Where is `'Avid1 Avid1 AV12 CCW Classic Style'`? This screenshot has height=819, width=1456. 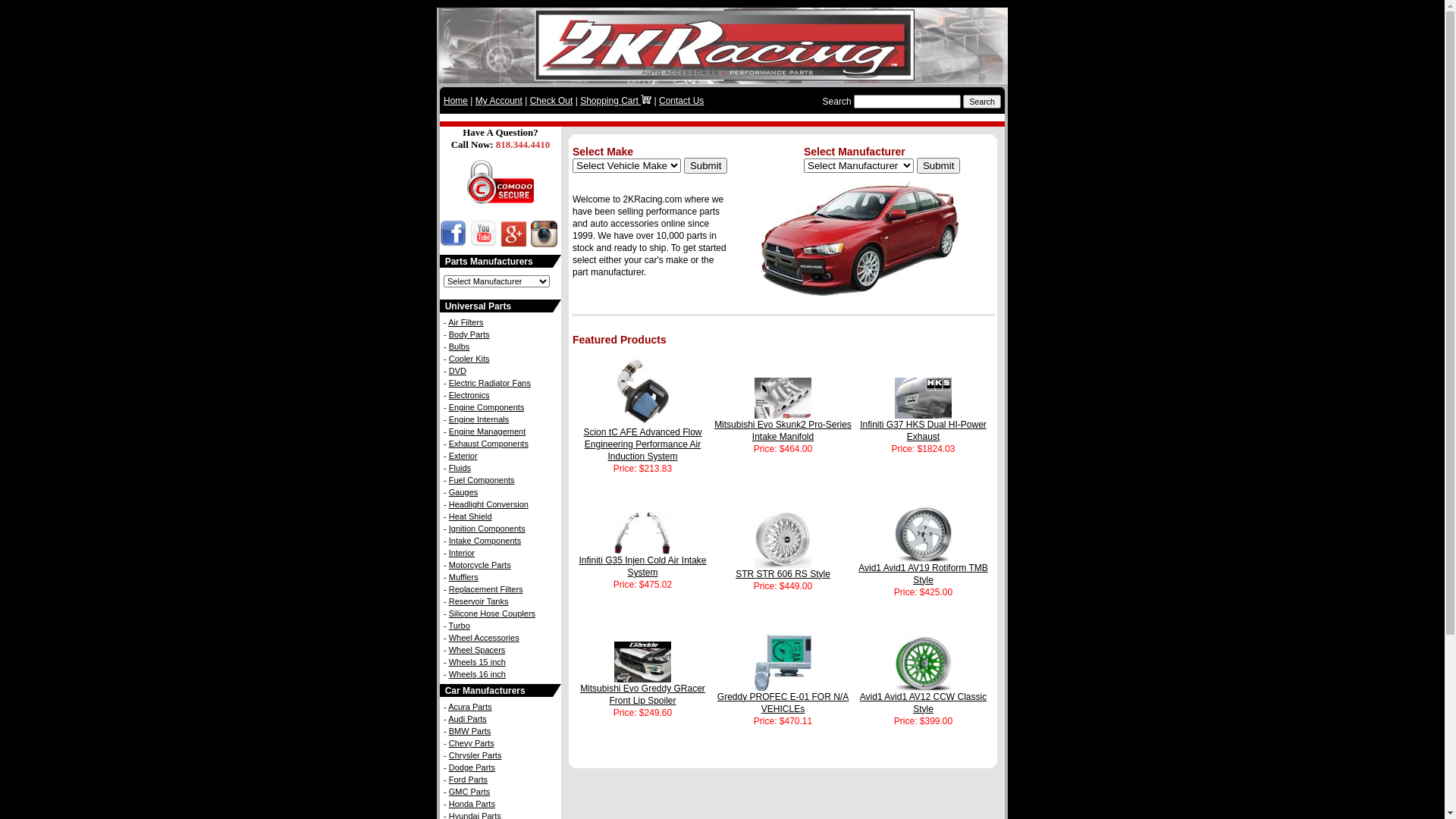
'Avid1 Avid1 AV12 CCW Classic Style' is located at coordinates (922, 698).